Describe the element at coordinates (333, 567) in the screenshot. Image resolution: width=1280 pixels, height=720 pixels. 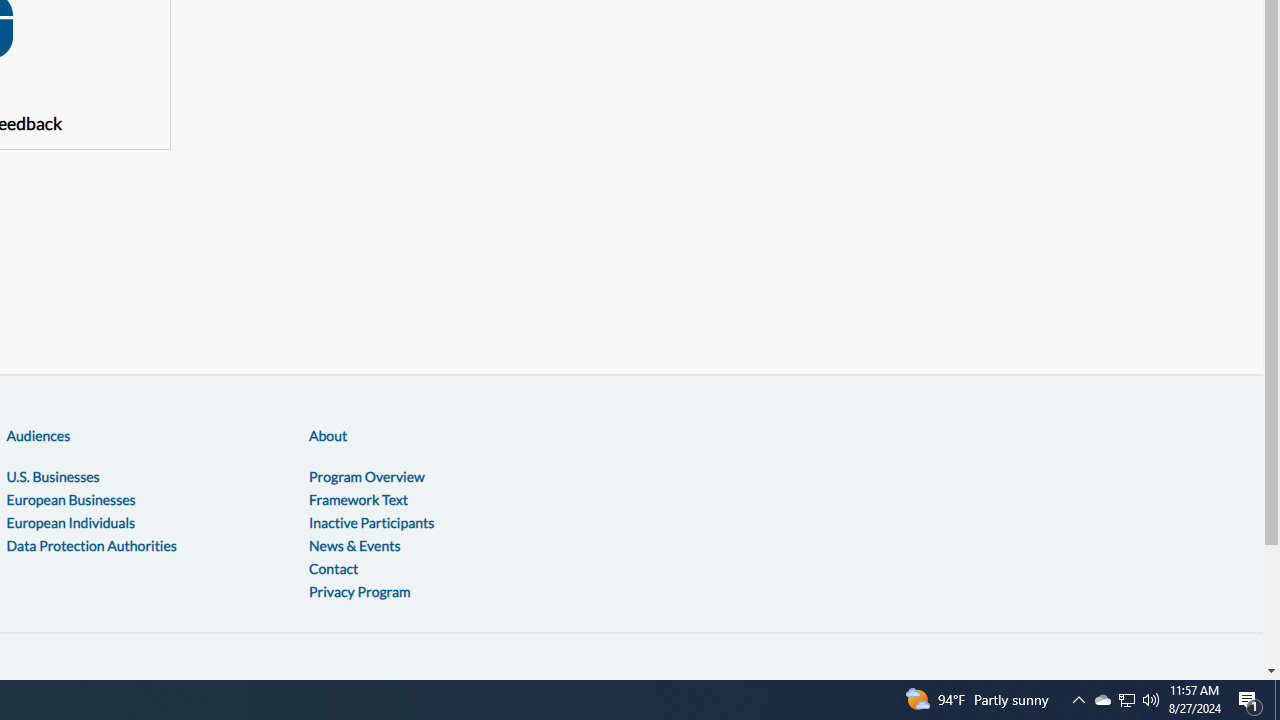
I see `'Contact'` at that location.